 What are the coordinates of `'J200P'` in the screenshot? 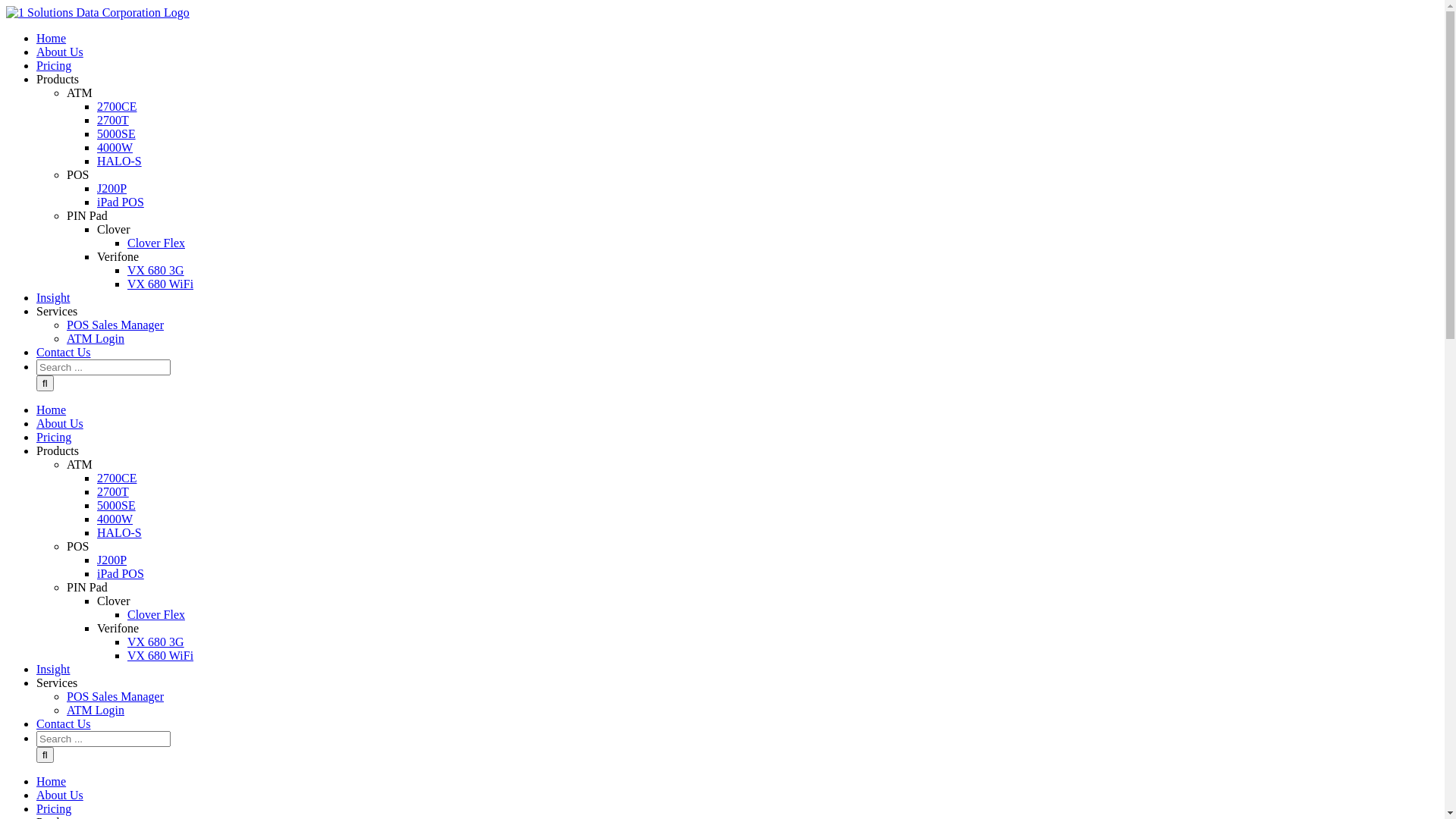 It's located at (111, 560).